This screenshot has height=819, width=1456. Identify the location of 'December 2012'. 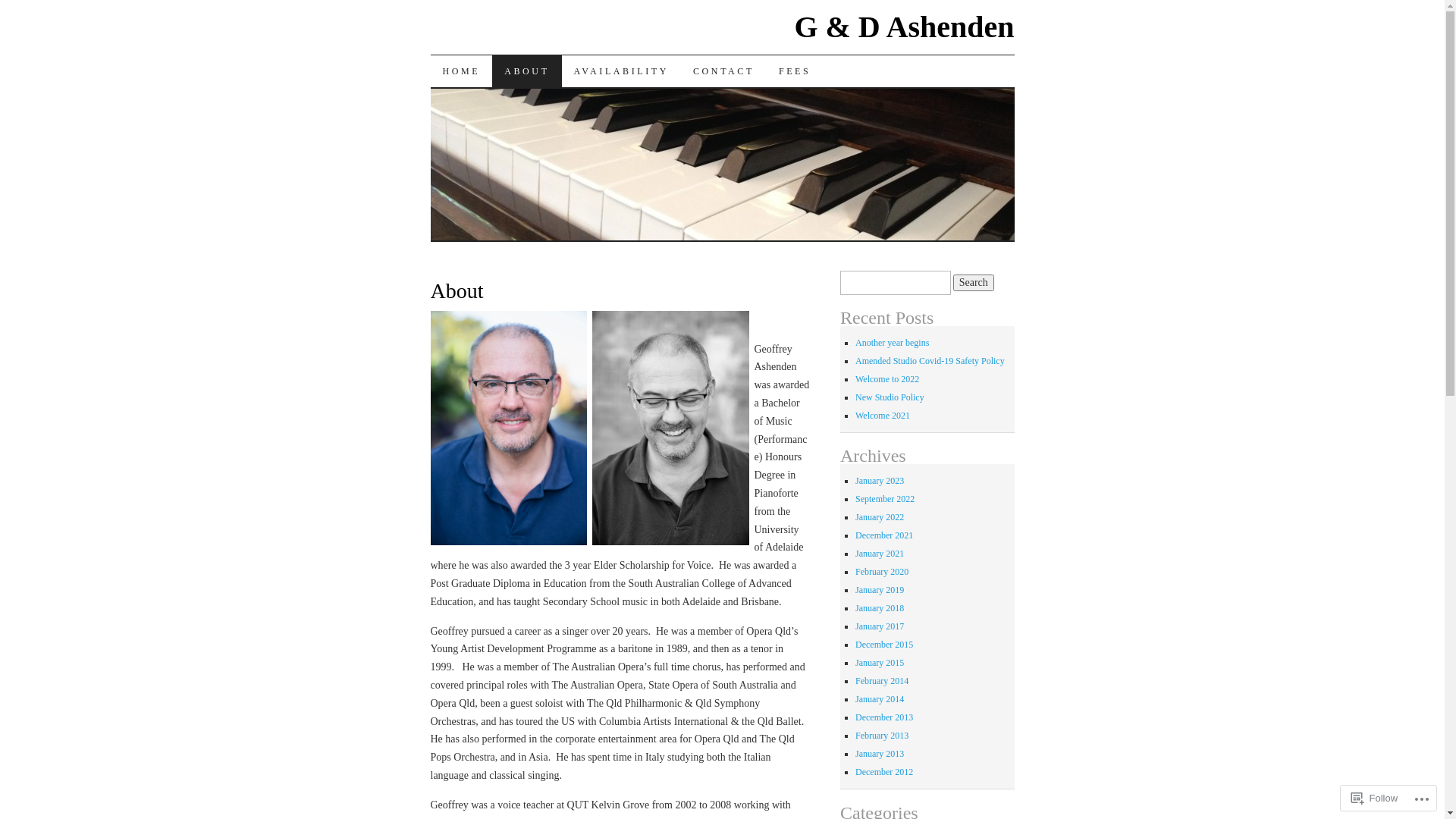
(884, 772).